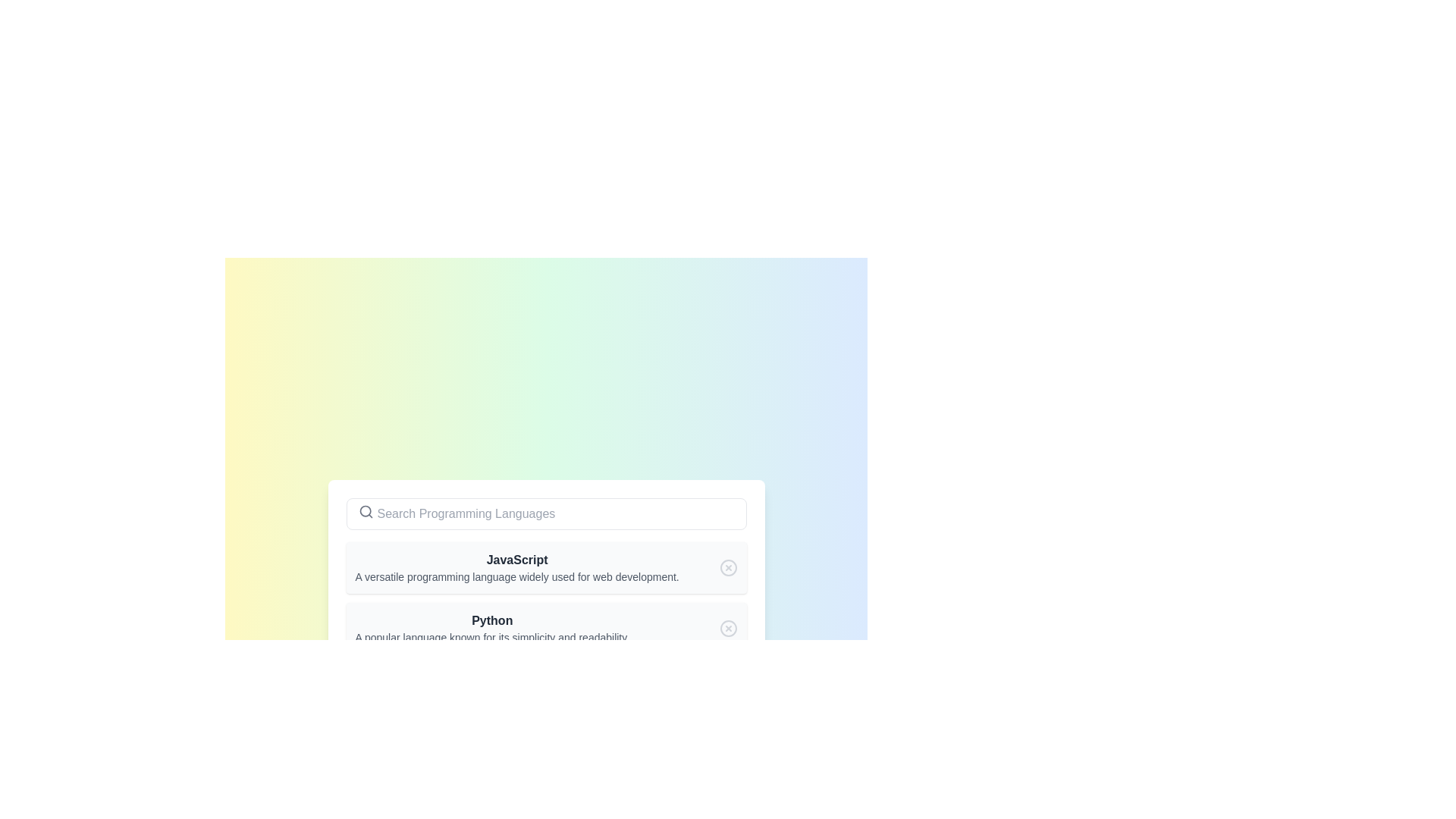 This screenshot has height=819, width=1456. Describe the element at coordinates (728, 629) in the screenshot. I see `the close icon button with a cross (X) mark inside it, located at the right end of the 'Python' list item` at that location.